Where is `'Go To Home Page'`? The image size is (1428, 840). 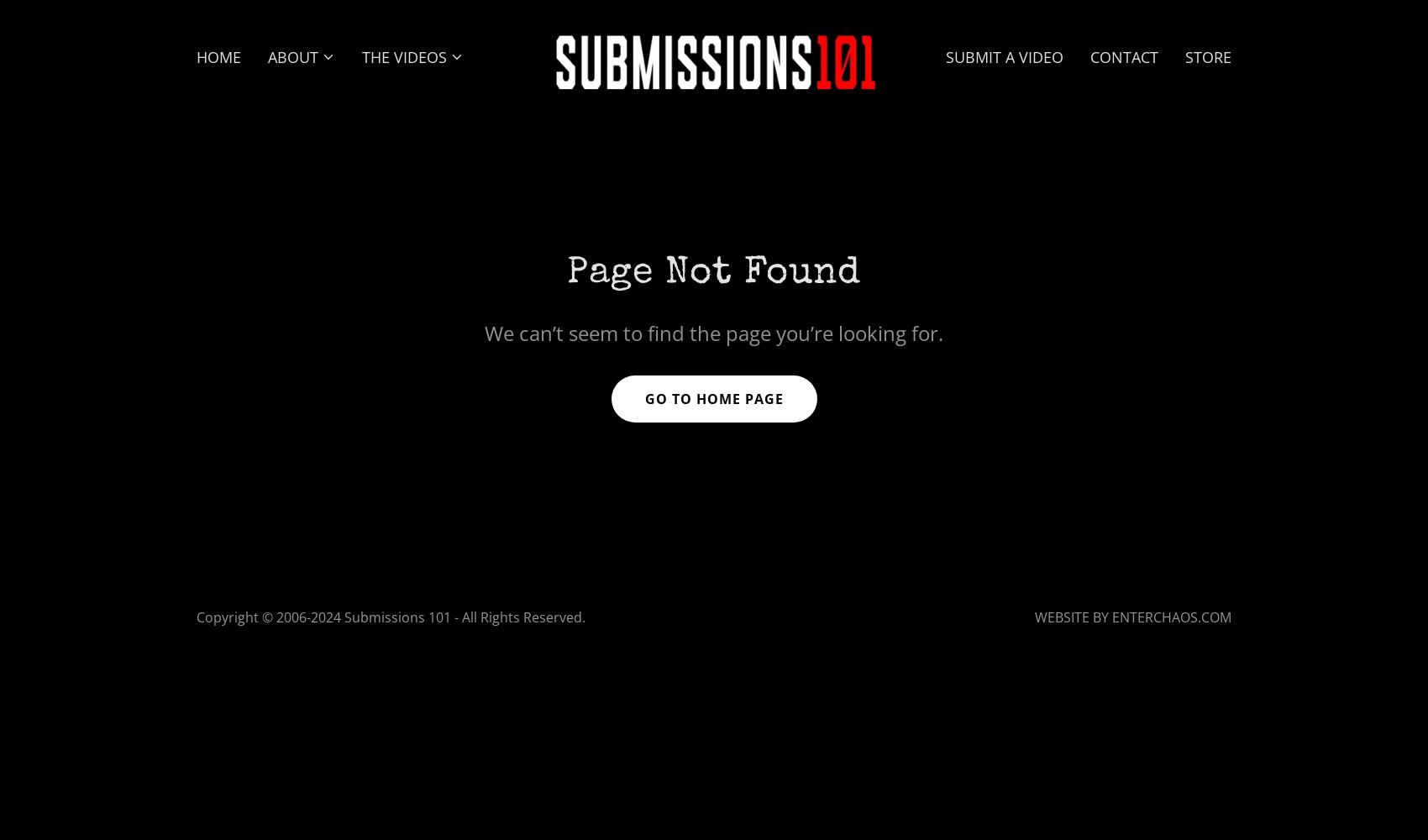
'Go To Home Page' is located at coordinates (643, 398).